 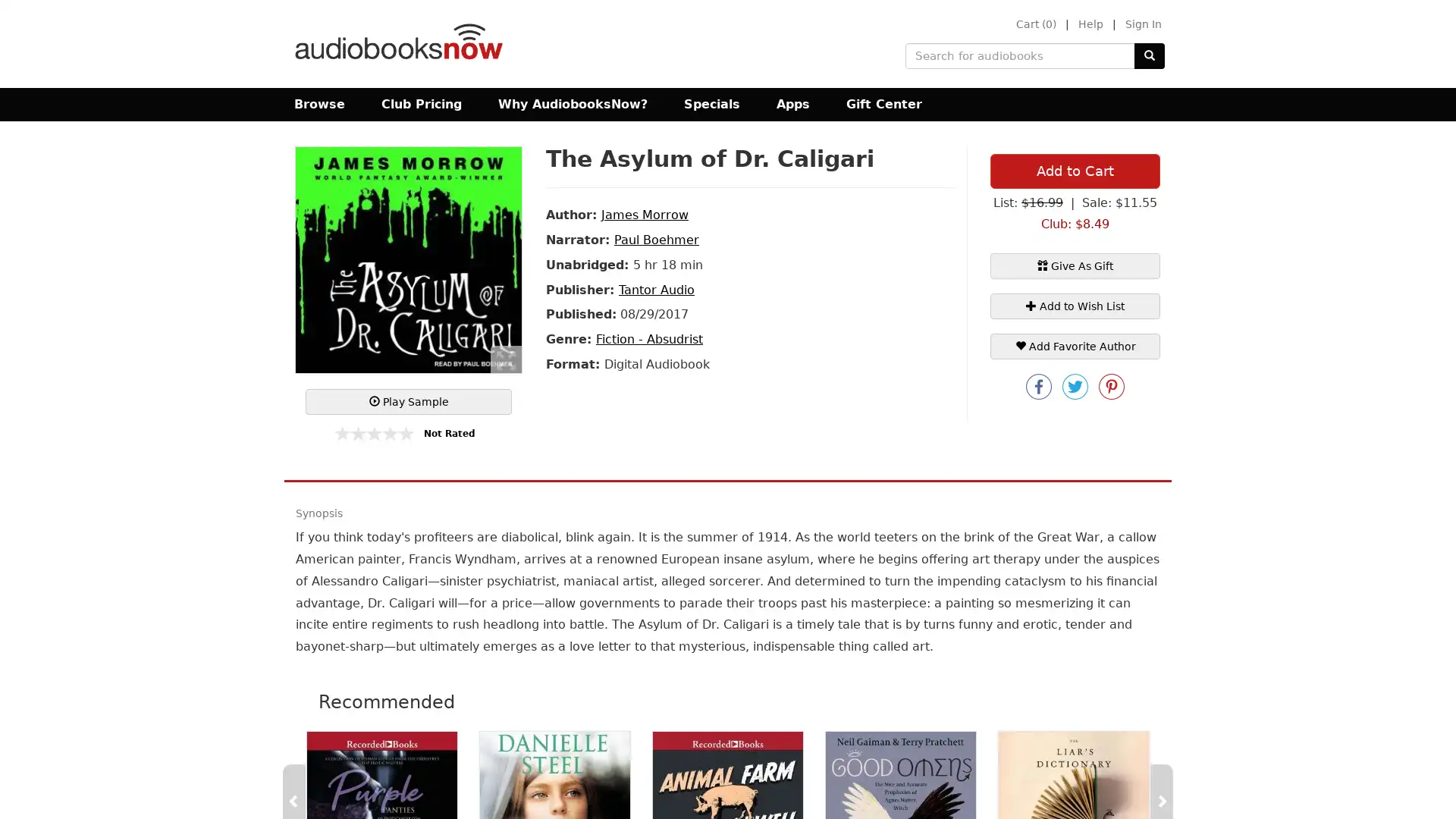 What do you see at coordinates (1074, 265) in the screenshot?
I see `Give As Gift` at bounding box center [1074, 265].